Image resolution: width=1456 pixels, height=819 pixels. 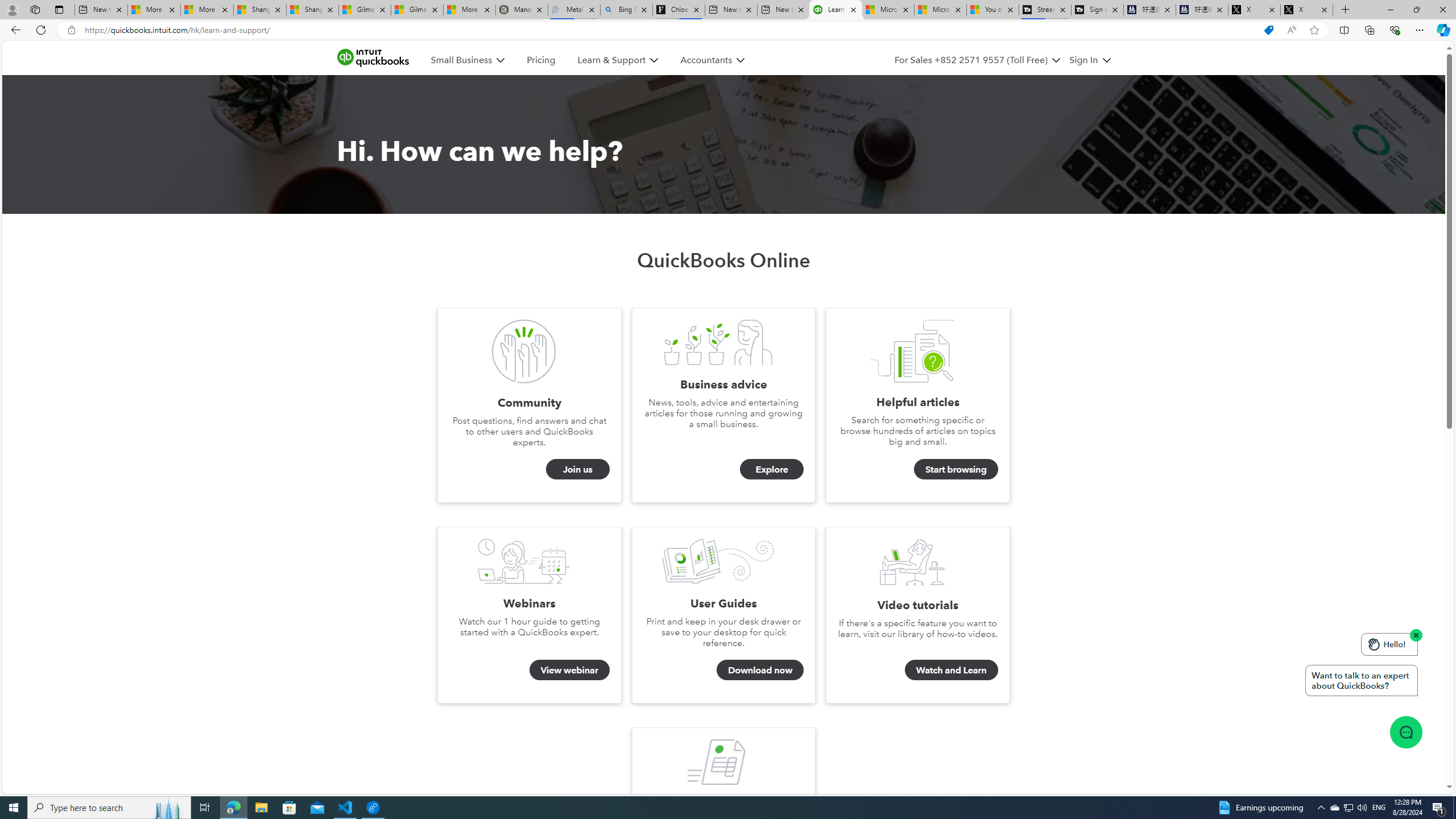 I want to click on 'Learn & Support', so click(x=617, y=60).